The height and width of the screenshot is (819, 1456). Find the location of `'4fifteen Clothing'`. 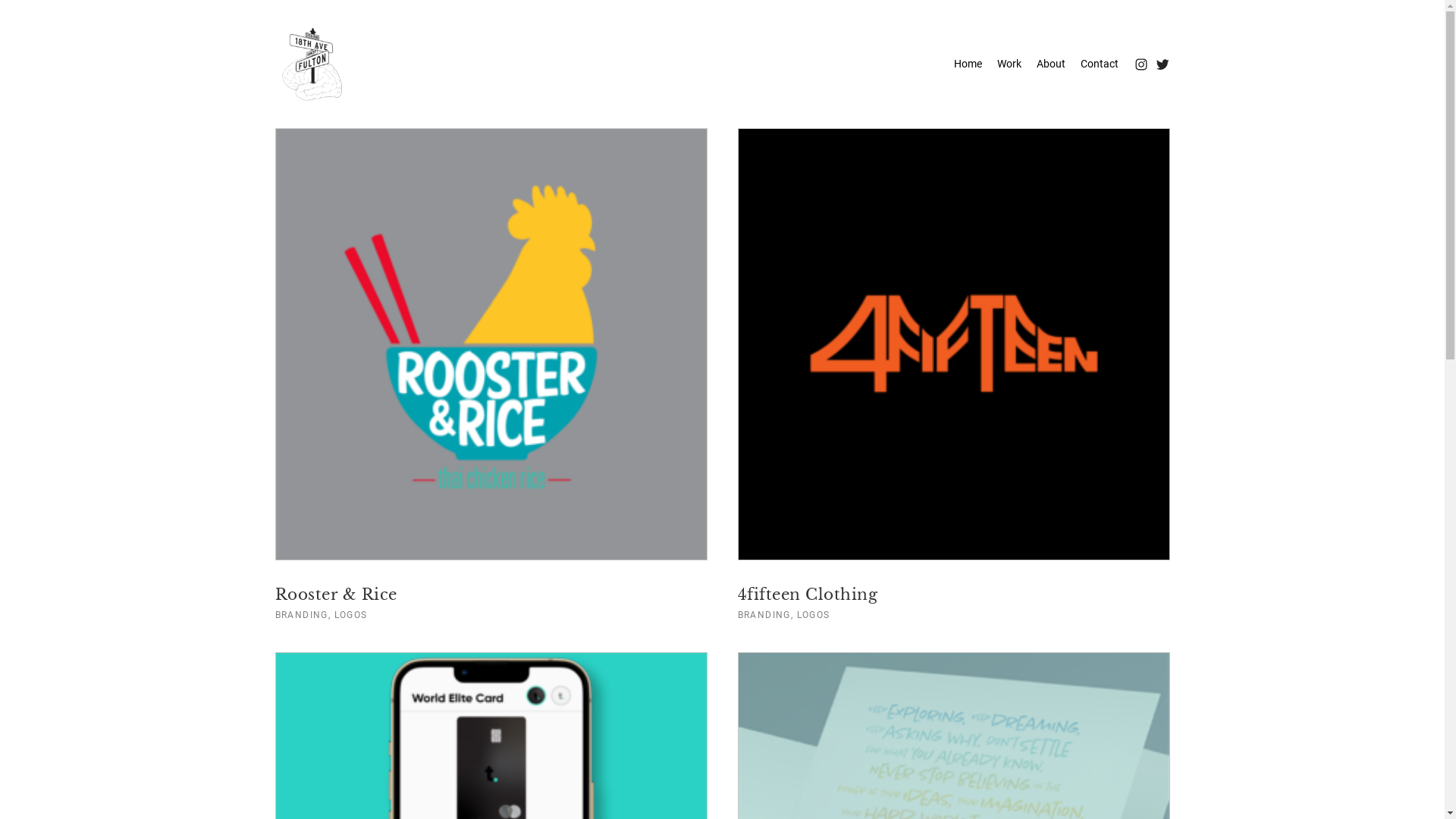

'4fifteen Clothing' is located at coordinates (736, 593).